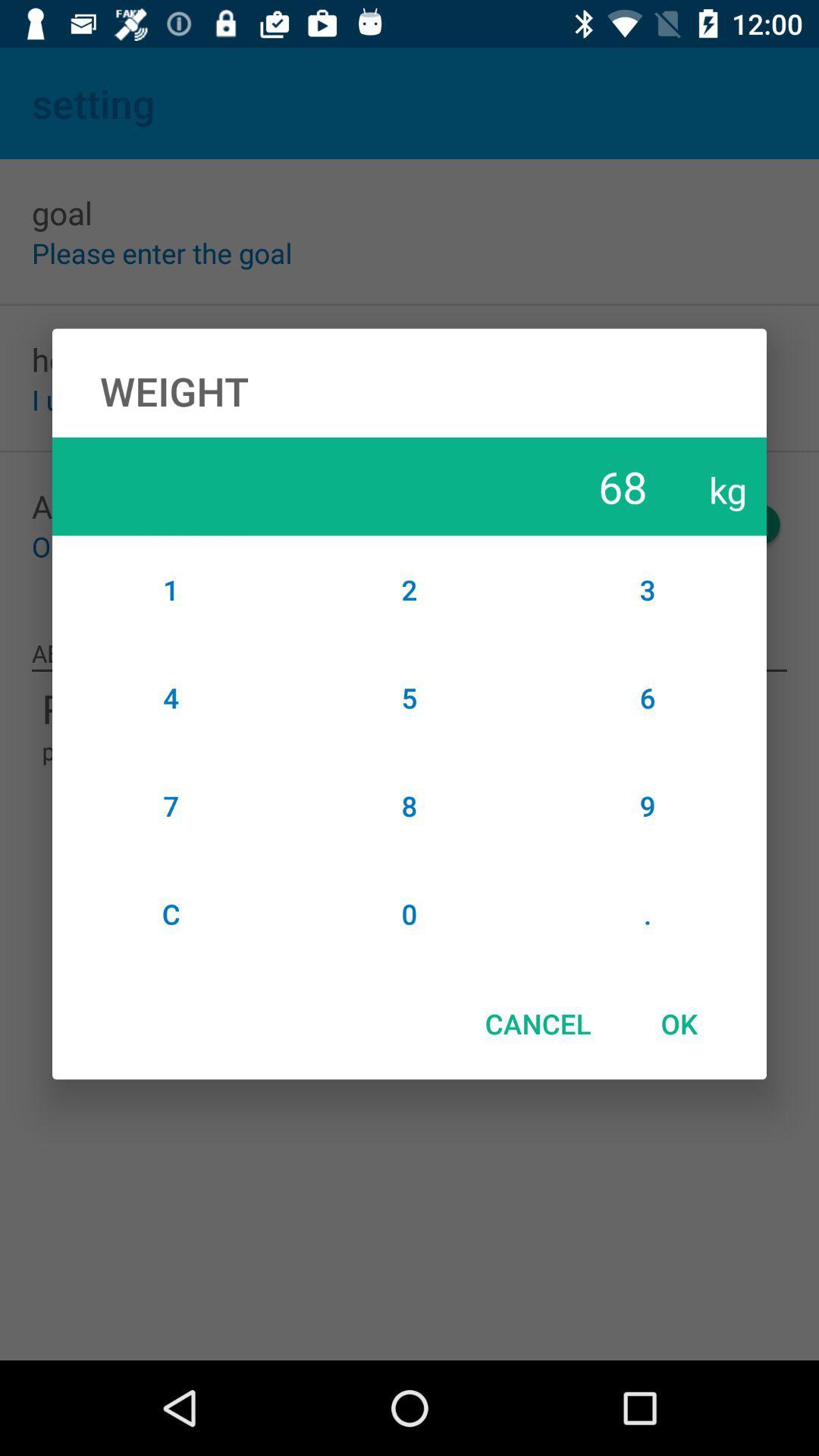 This screenshot has width=819, height=1456. Describe the element at coordinates (537, 1023) in the screenshot. I see `the icon below 0 item` at that location.